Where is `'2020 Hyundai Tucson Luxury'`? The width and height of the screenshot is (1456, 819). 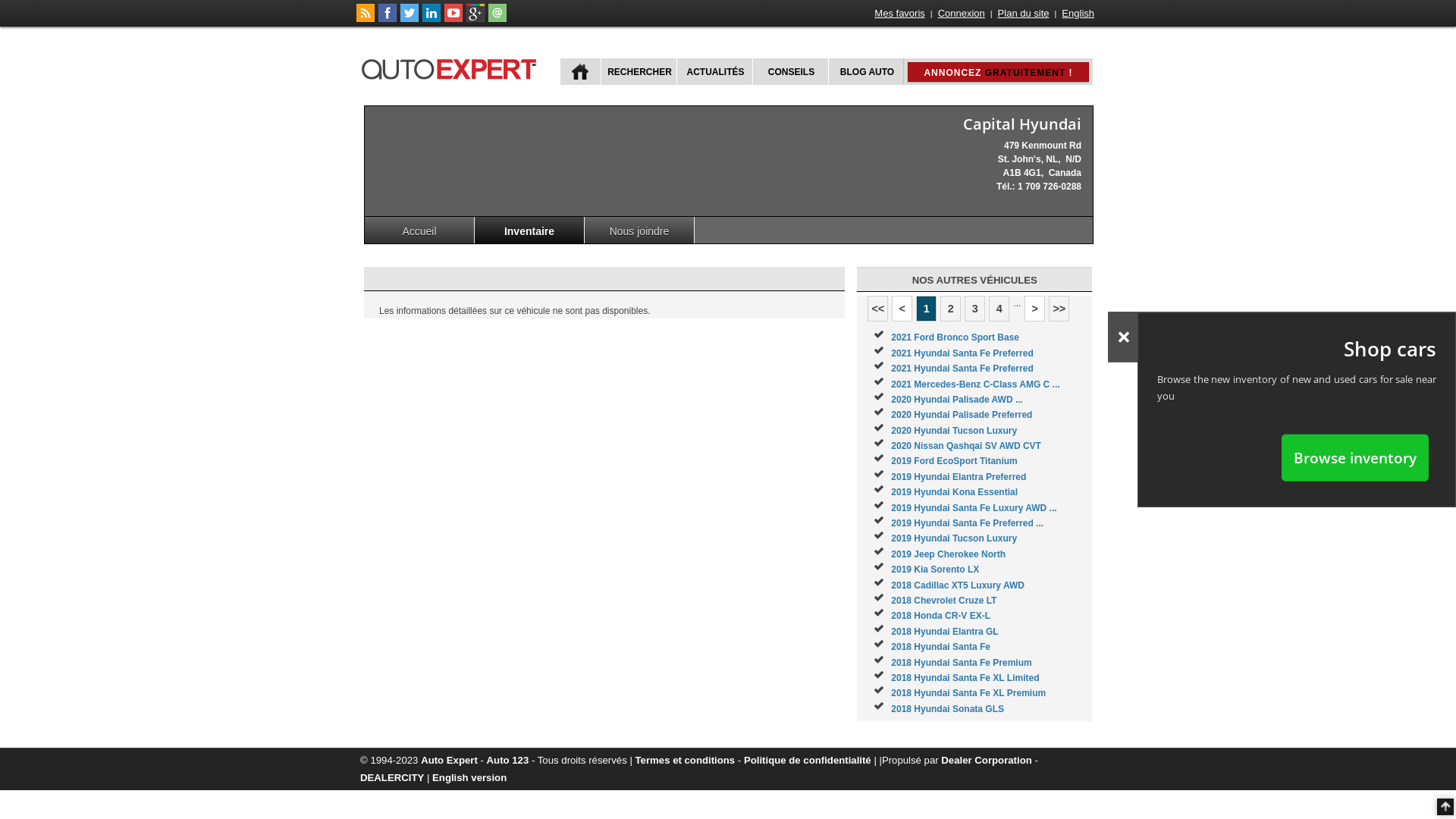
'2020 Hyundai Tucson Luxury' is located at coordinates (891, 430).